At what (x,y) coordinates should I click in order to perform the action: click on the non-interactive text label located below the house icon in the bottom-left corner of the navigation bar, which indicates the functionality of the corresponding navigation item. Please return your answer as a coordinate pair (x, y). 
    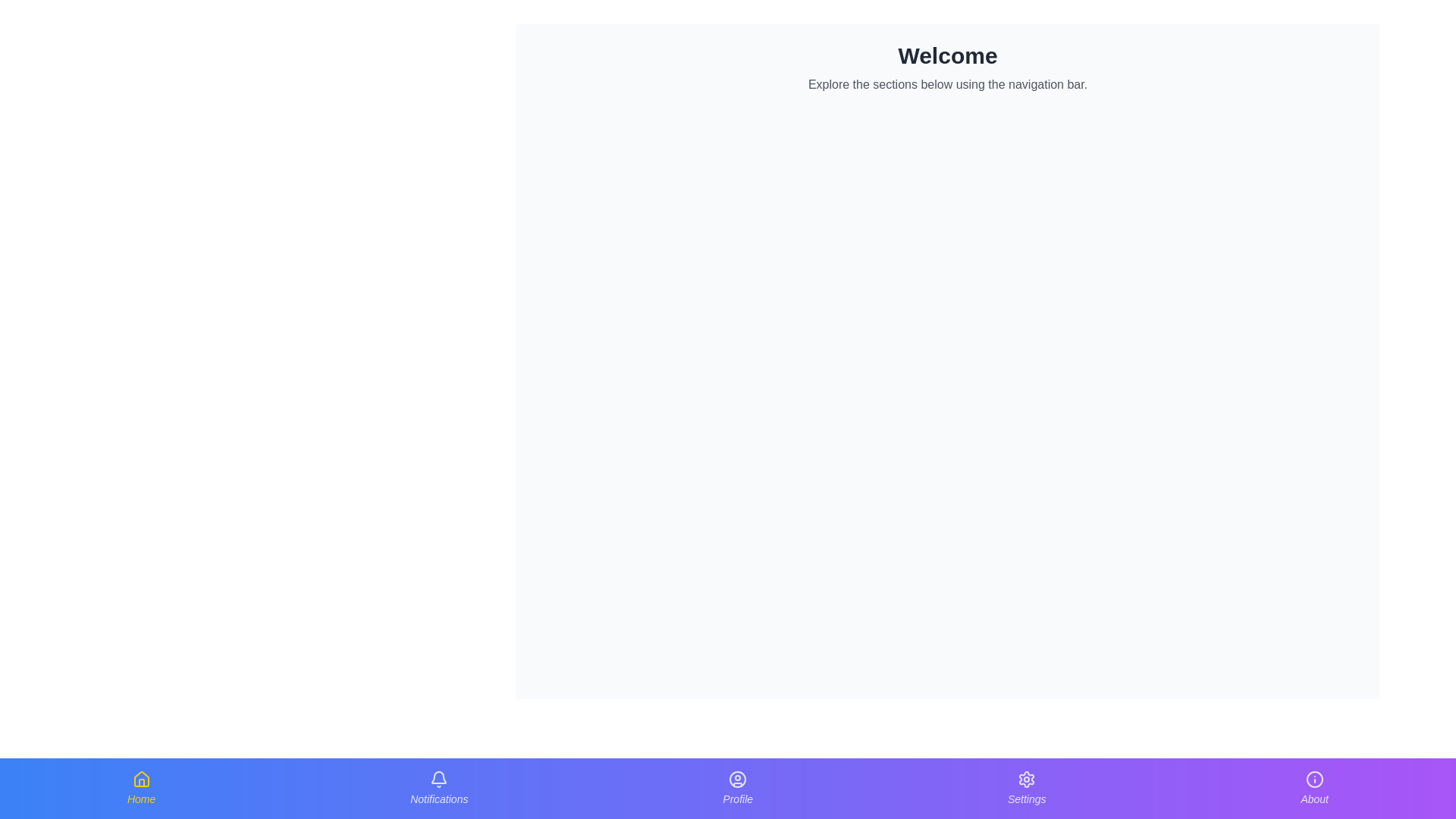
    Looking at the image, I should click on (141, 798).